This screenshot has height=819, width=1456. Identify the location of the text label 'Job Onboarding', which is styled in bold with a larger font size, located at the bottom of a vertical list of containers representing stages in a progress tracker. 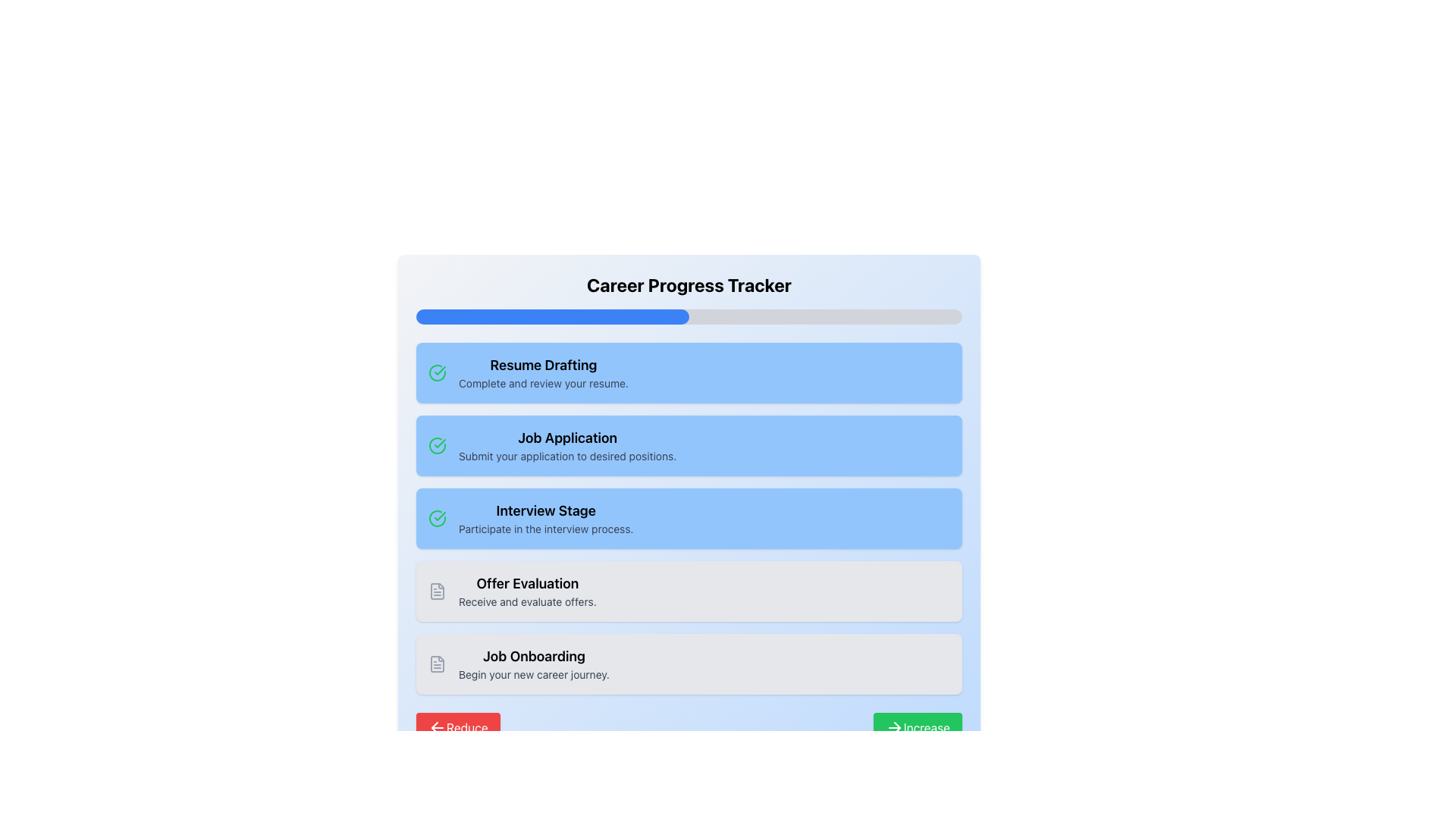
(534, 656).